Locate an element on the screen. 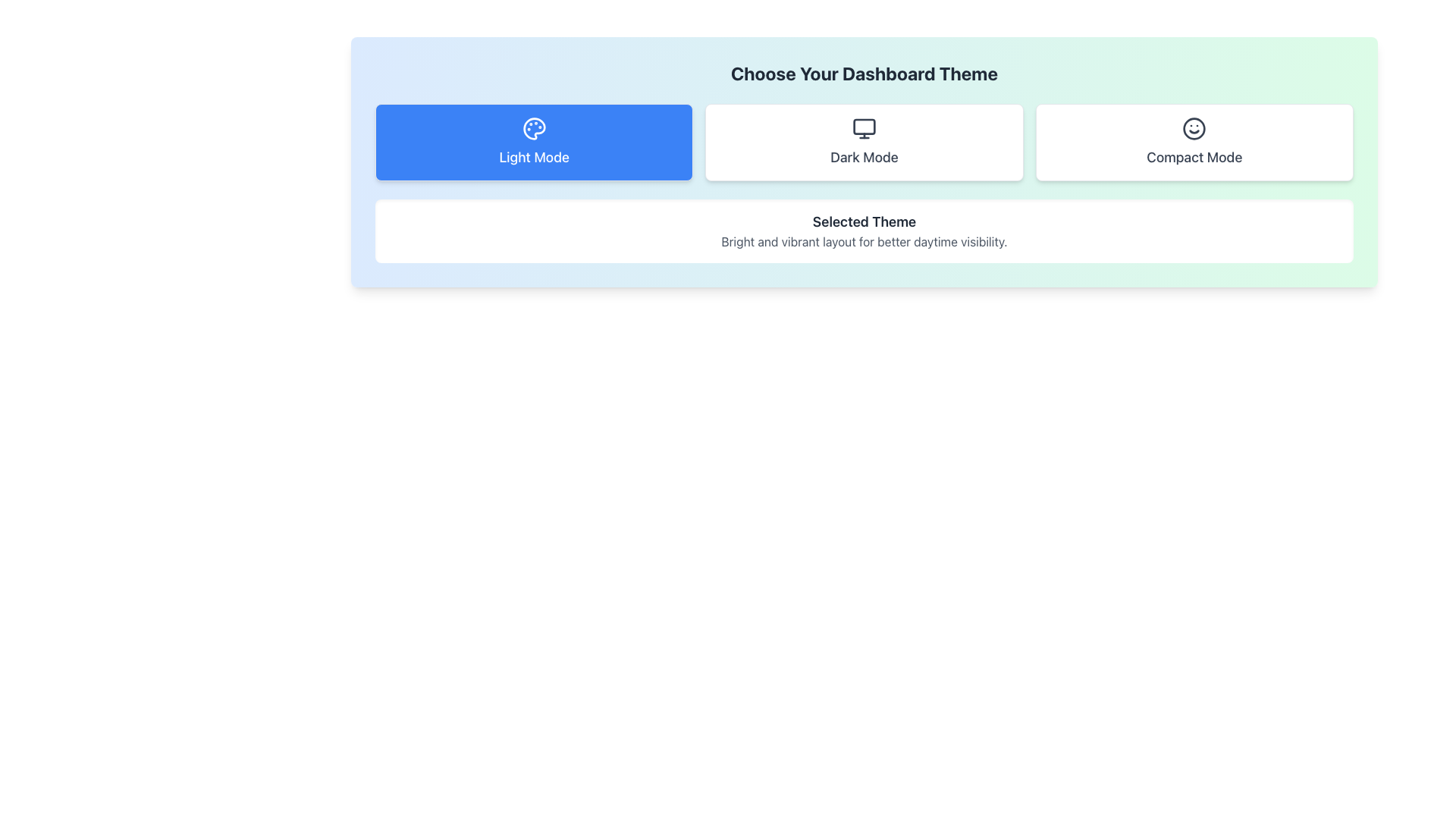 This screenshot has height=819, width=1456. the SVG circle element that serves as the outer boundary for the smiley face in the upper right section of the 'Compact Mode' selection option is located at coordinates (1194, 127).